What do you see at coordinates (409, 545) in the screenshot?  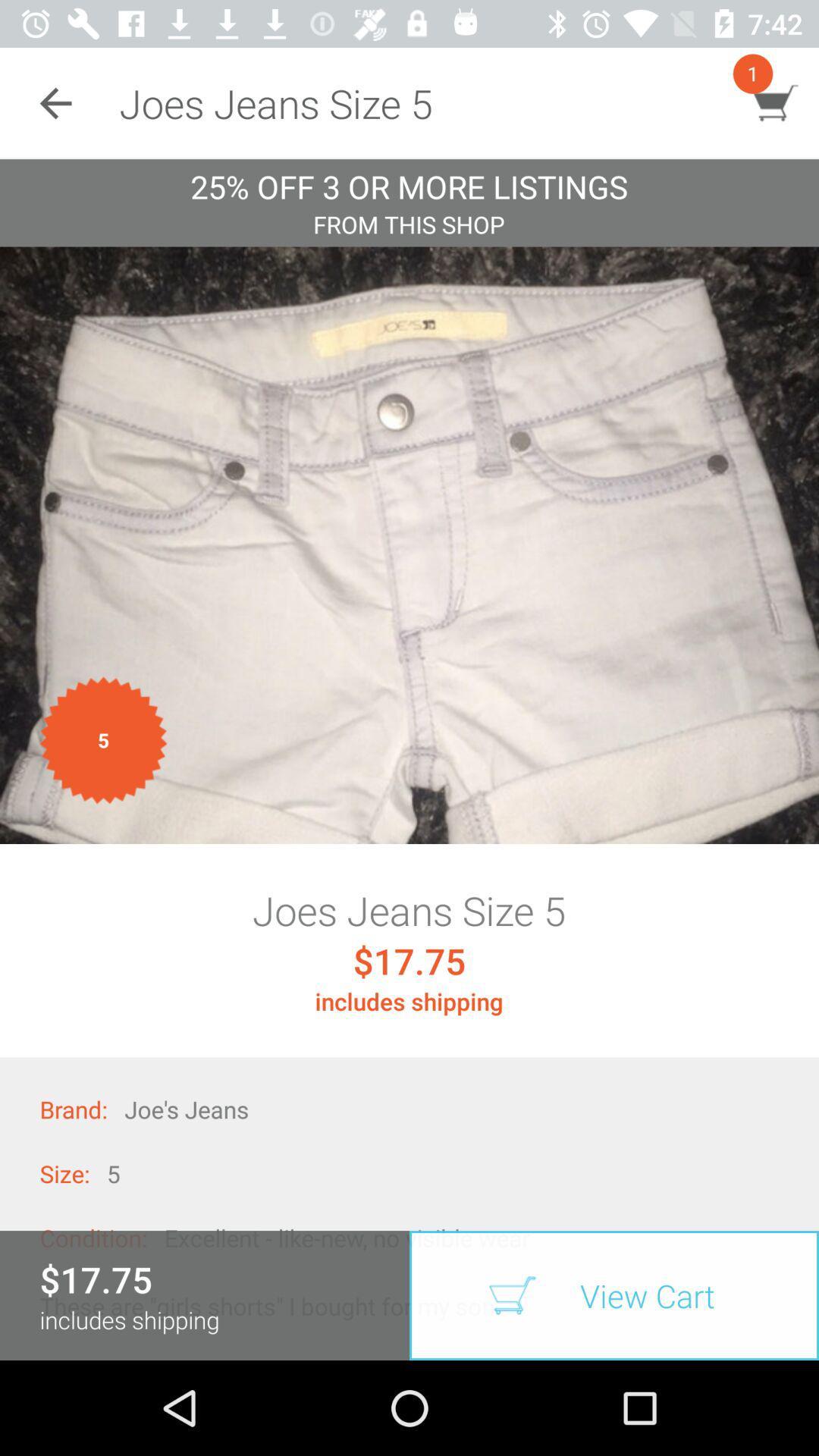 I see `enlarge image` at bounding box center [409, 545].